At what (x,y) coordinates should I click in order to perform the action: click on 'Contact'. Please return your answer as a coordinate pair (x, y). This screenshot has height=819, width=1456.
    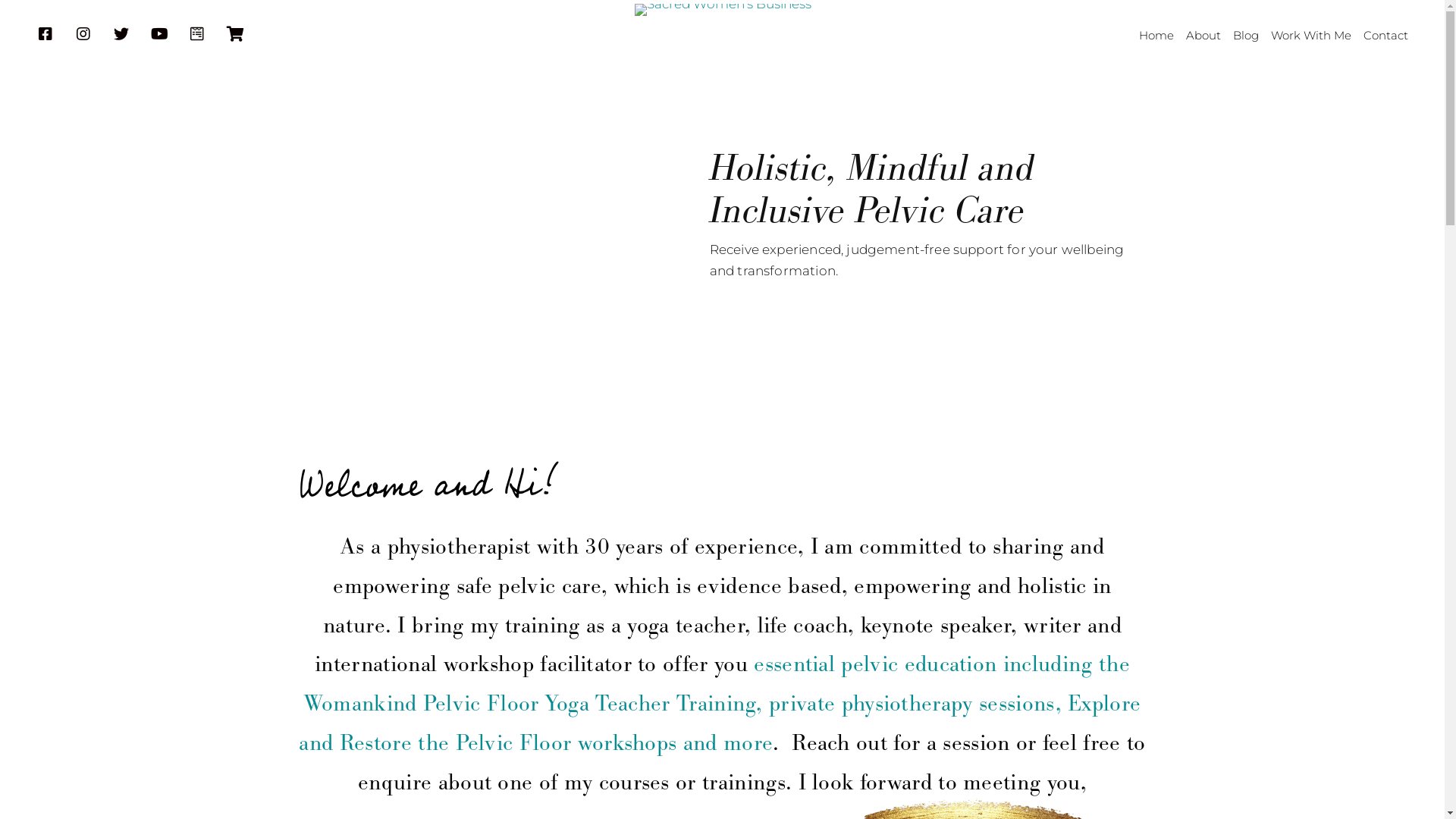
    Looking at the image, I should click on (1385, 35).